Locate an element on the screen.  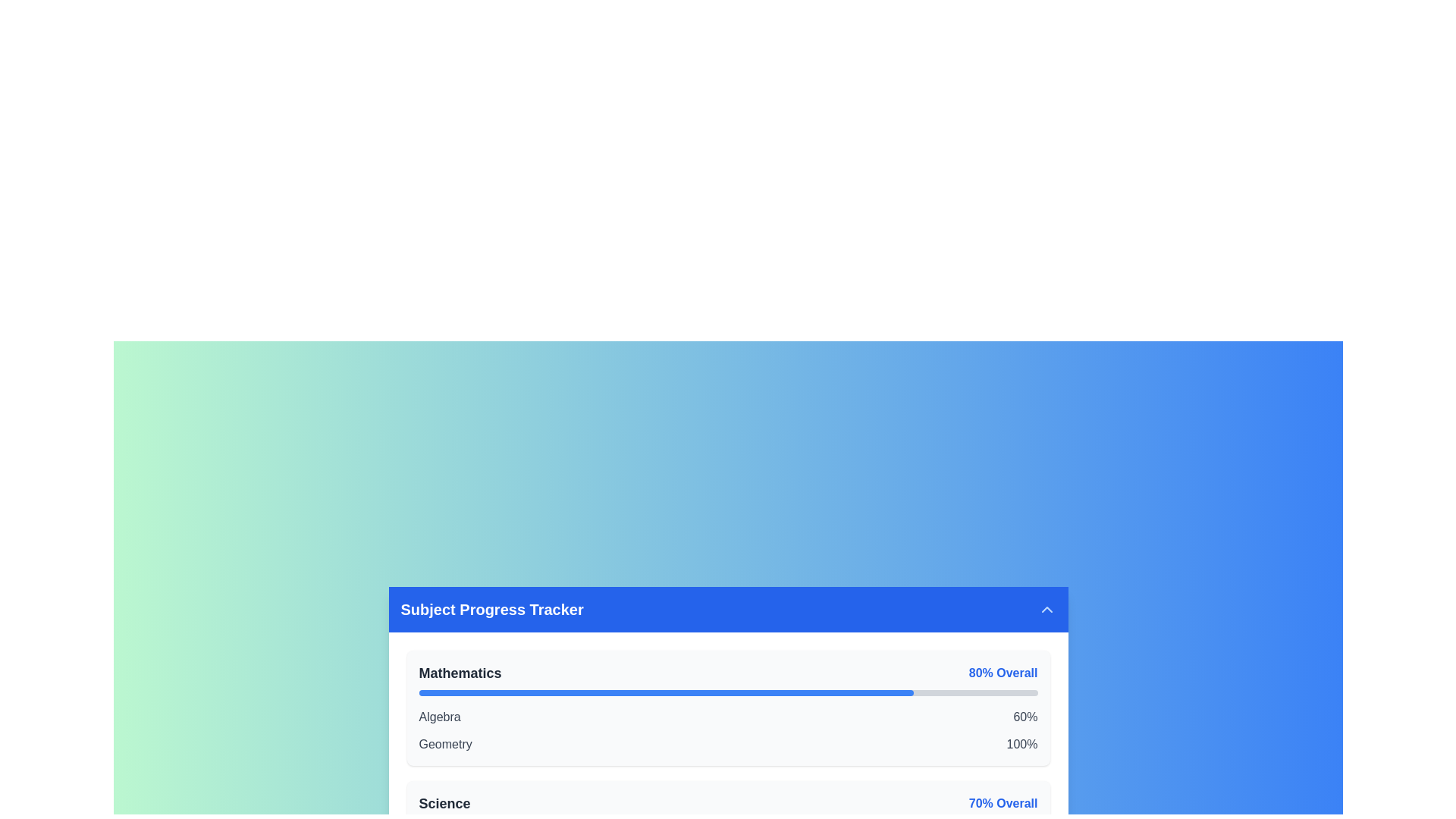
the interactive subtexts within the 'Mathematics' section that displays progress percentages for Algebra and Geometry is located at coordinates (728, 730).